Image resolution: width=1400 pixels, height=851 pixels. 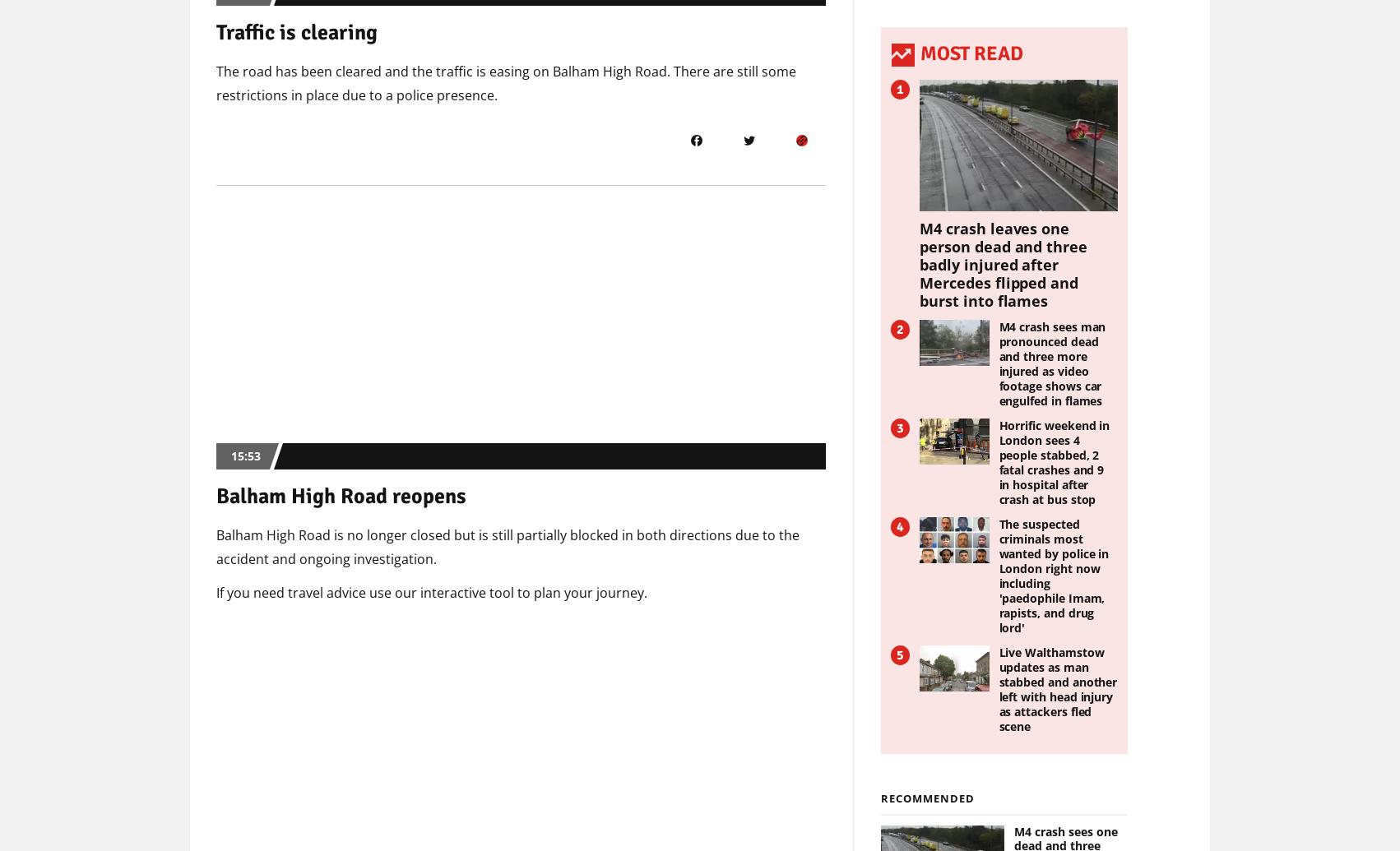 What do you see at coordinates (341, 496) in the screenshot?
I see `'Balham High Road reopens'` at bounding box center [341, 496].